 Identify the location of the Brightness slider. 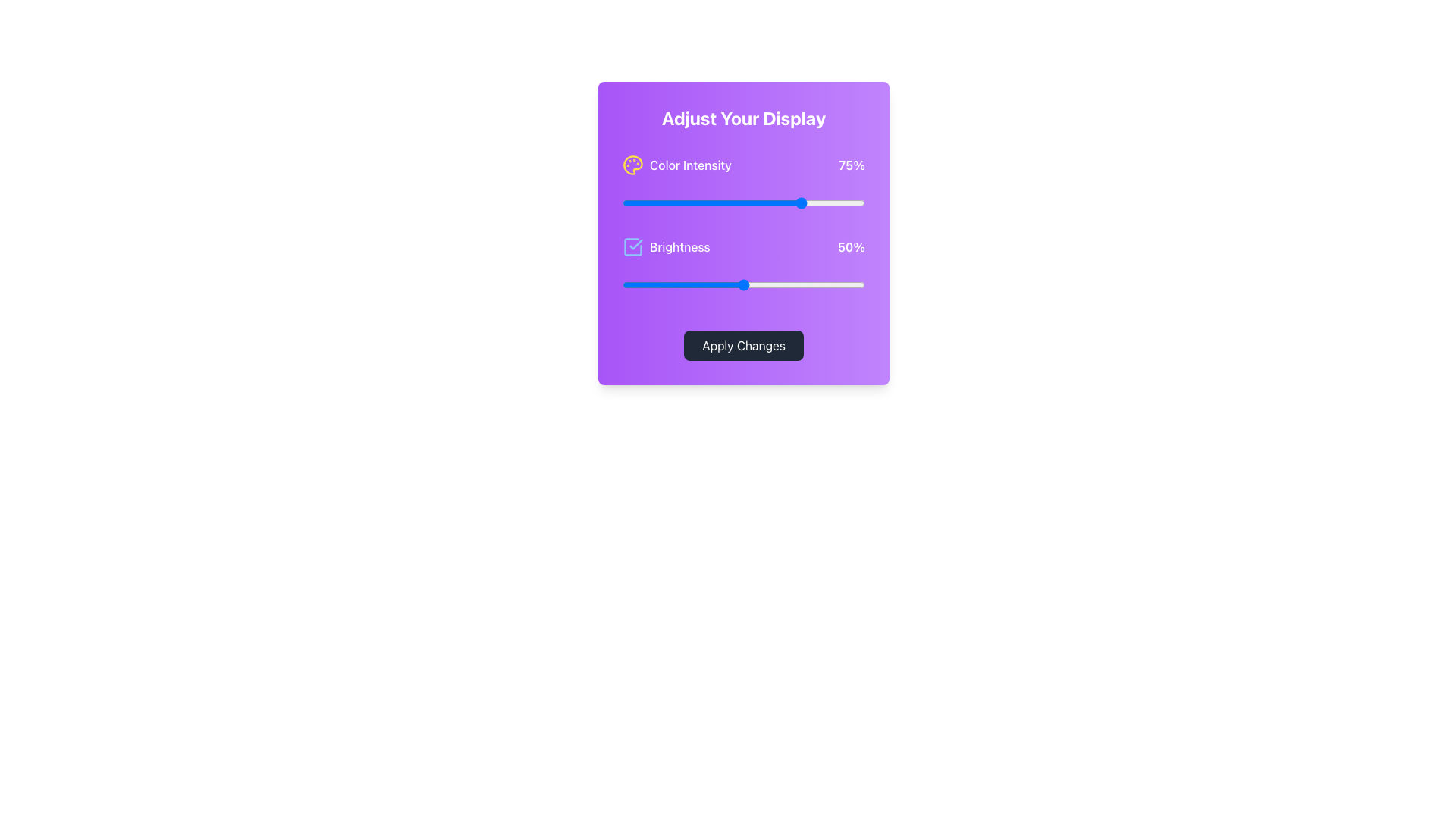
(758, 284).